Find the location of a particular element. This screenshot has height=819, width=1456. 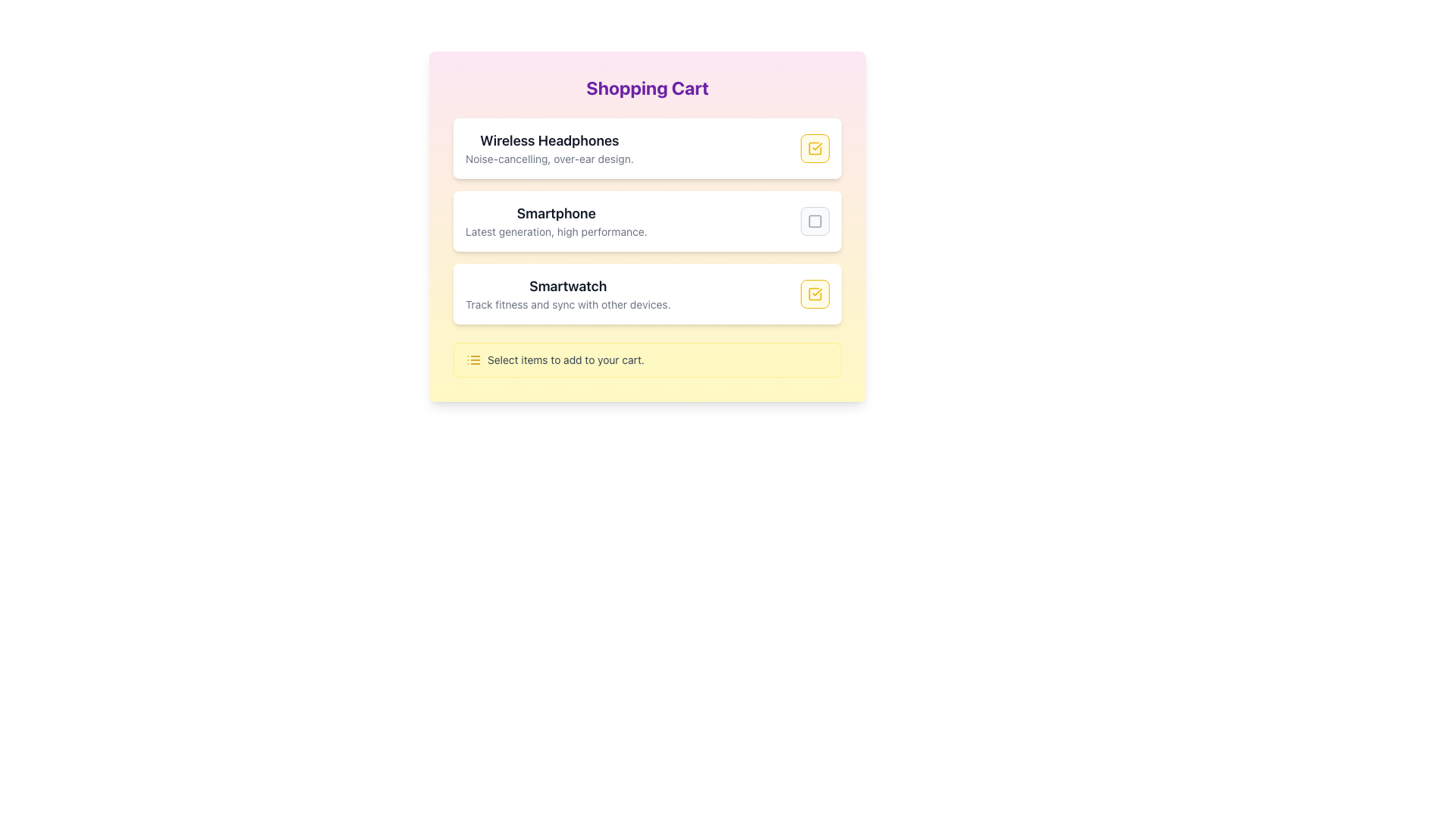

the text element displaying 'Select items to add to your cart.' which is inside a yellow box, positioned to the right of a small yellow list icon is located at coordinates (565, 359).